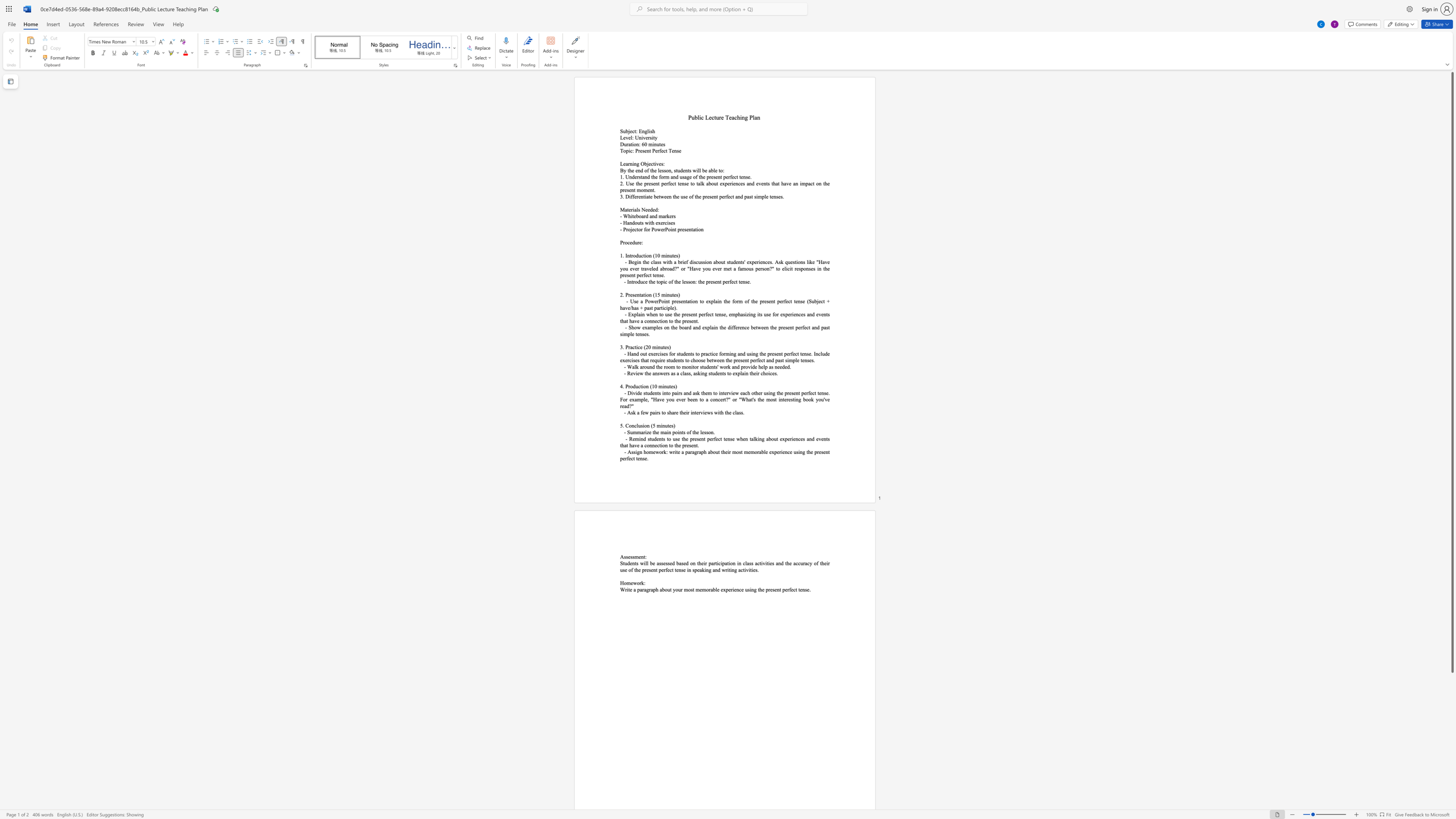 This screenshot has width=1456, height=819. I want to click on the space between the continuous character "r" and "e" in the text, so click(639, 241).